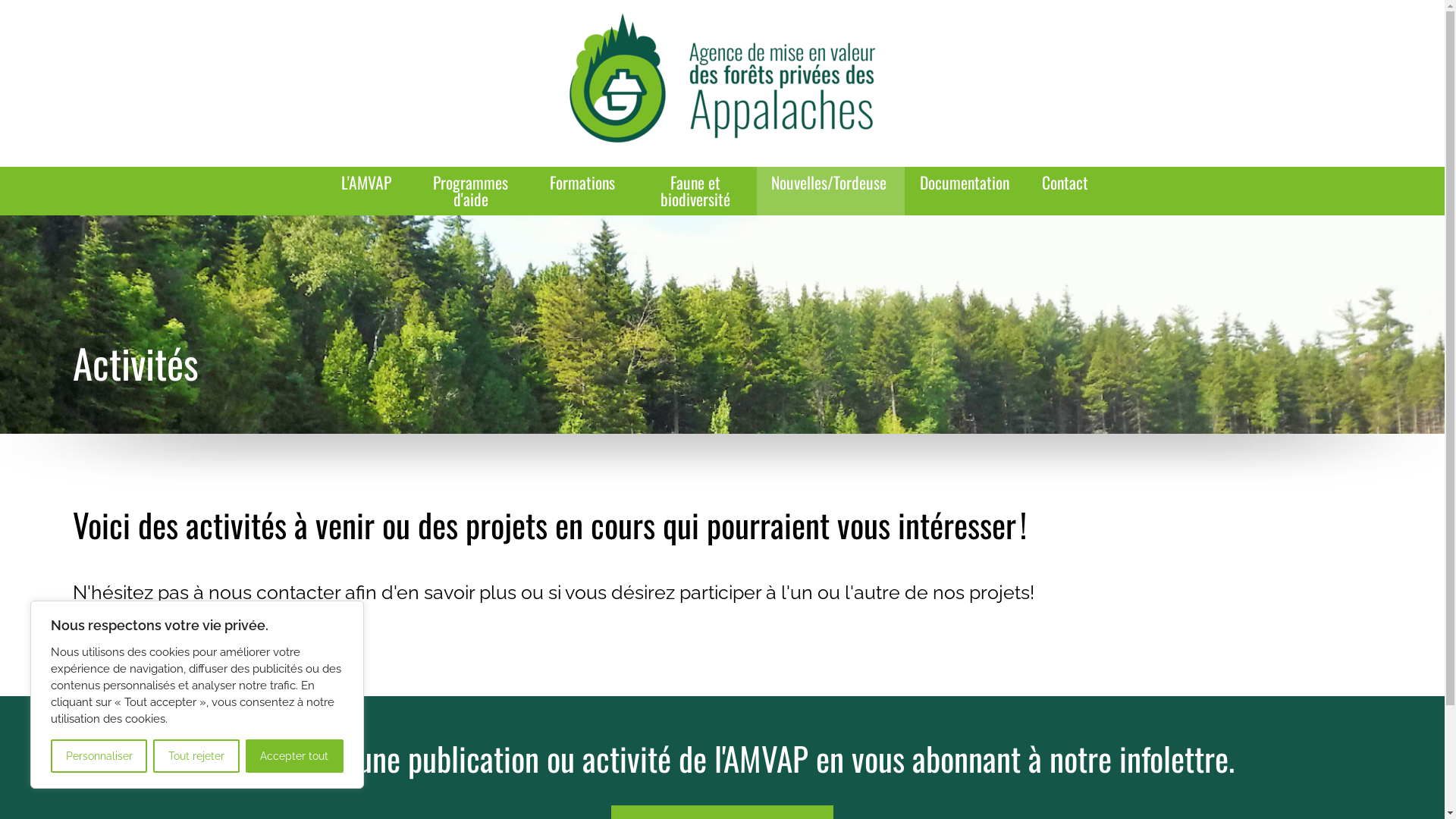 The image size is (1456, 819). Describe the element at coordinates (965, 181) in the screenshot. I see `'Documentation'` at that location.